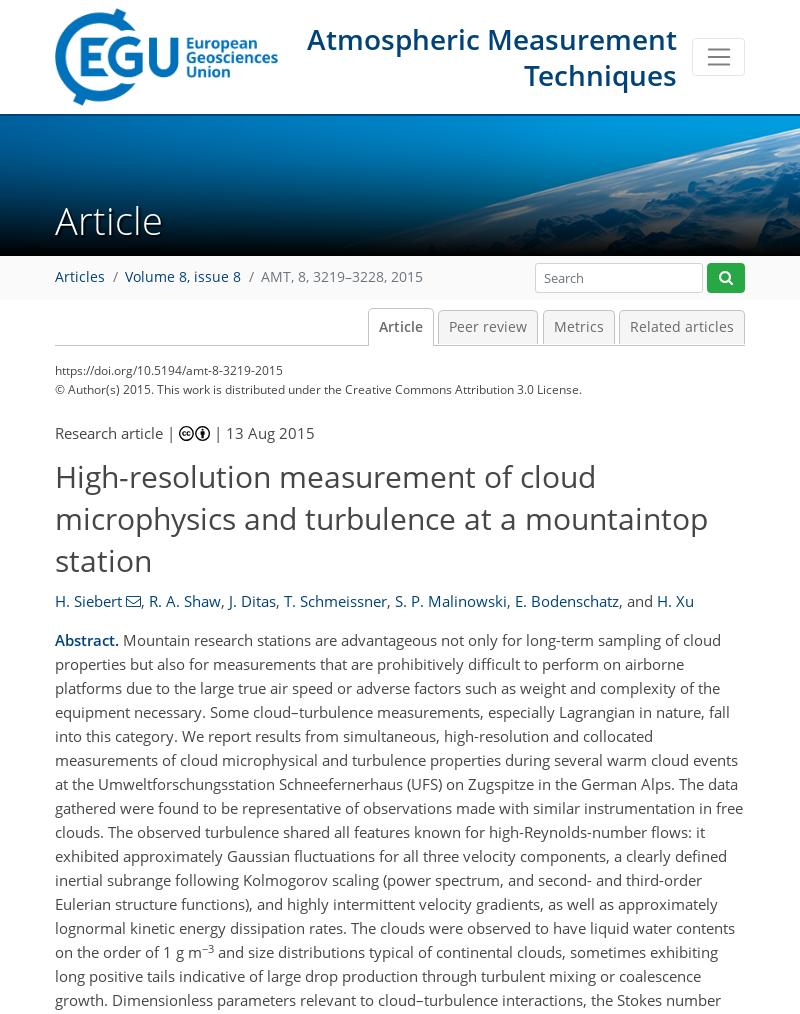 The height and width of the screenshot is (1014, 800). What do you see at coordinates (167, 369) in the screenshot?
I see `'https://doi.org/10.5194/amt-8-3219-2015'` at bounding box center [167, 369].